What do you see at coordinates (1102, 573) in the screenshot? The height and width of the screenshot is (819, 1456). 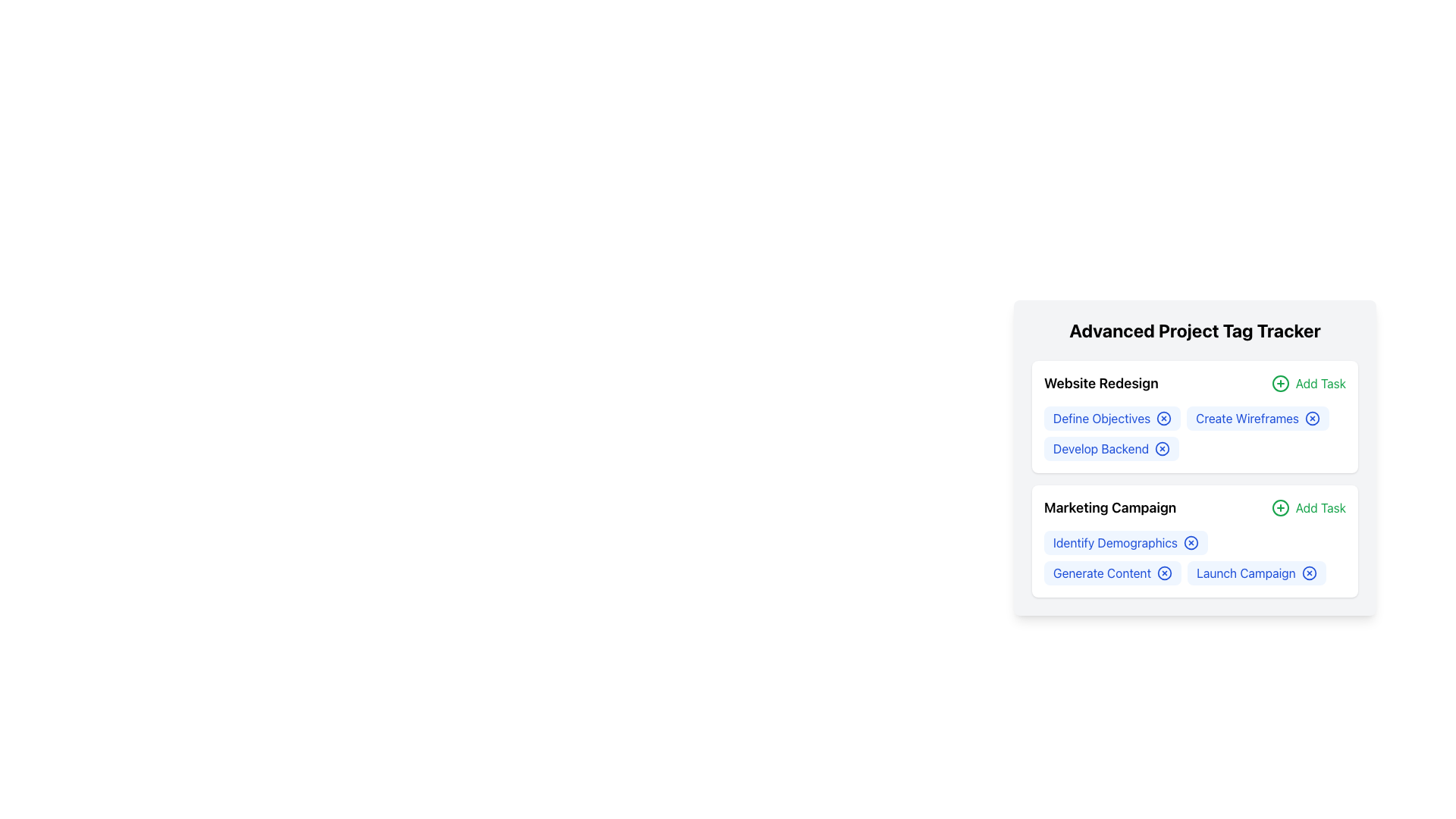 I see `the text label displaying 'Generate Content' in blue color with a rounded background, located within the 'Marketing Campaign' section of the 'Advanced Project Tag Tracker' widget` at bounding box center [1102, 573].